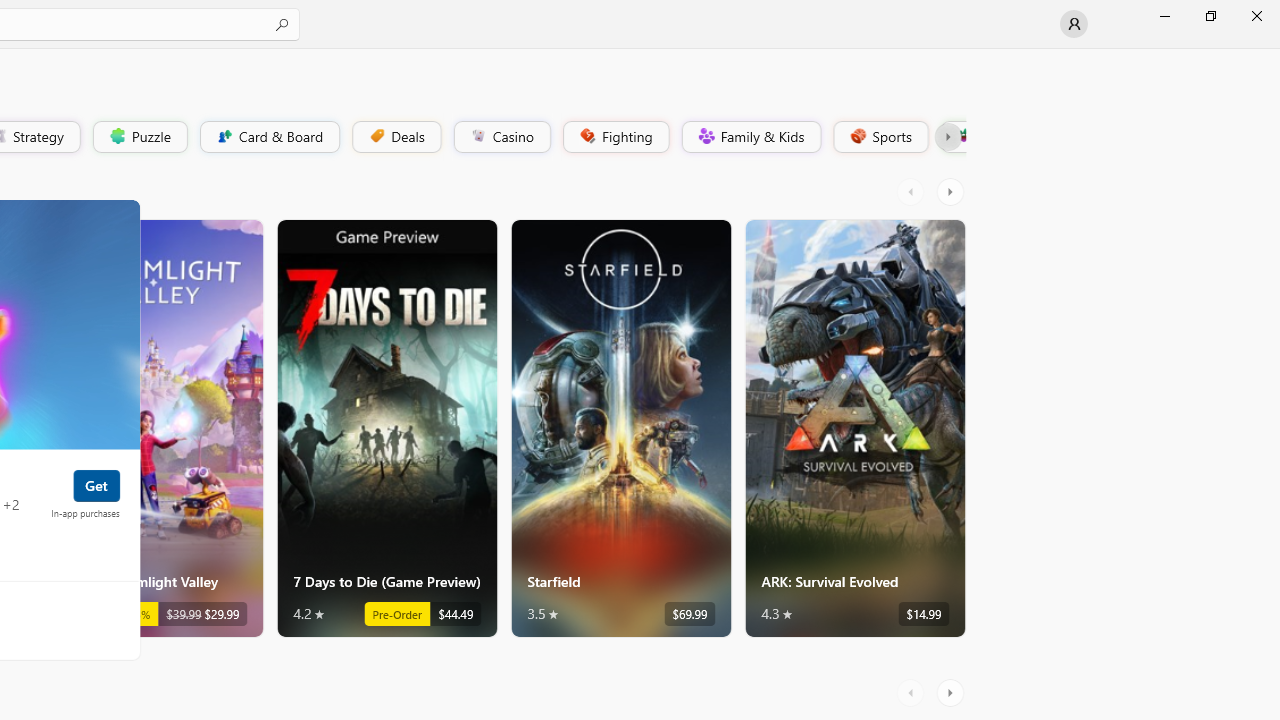 This screenshot has height=720, width=1280. Describe the element at coordinates (749, 135) in the screenshot. I see `'Family & Kids'` at that location.